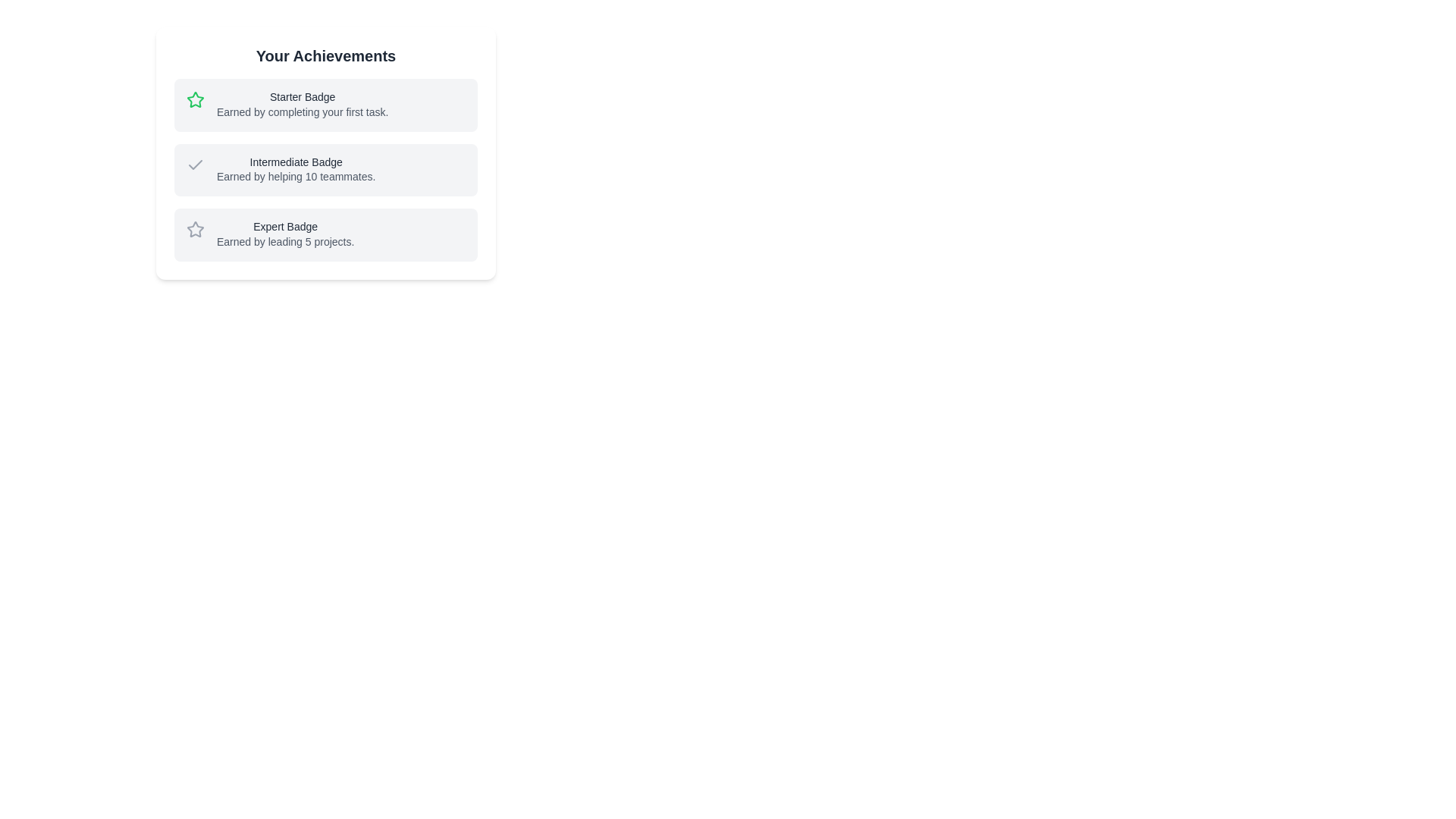  I want to click on the status indicator icon for the 'Intermediate Badge', which is located on the left side of the text 'Earned by helping 10 teammates', so click(195, 164).